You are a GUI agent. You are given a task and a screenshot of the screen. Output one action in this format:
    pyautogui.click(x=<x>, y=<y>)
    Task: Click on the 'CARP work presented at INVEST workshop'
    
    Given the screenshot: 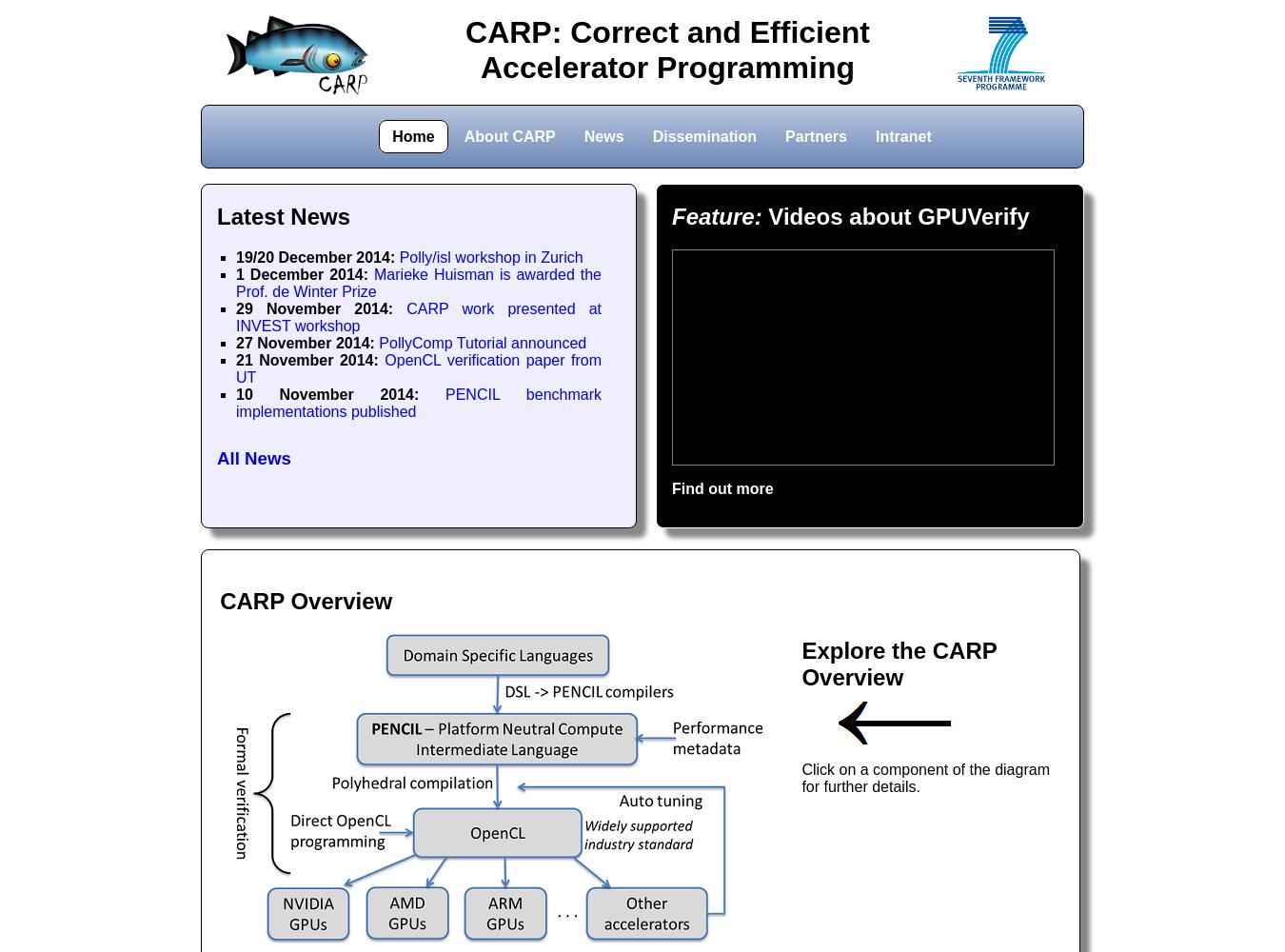 What is the action you would take?
    pyautogui.click(x=418, y=316)
    